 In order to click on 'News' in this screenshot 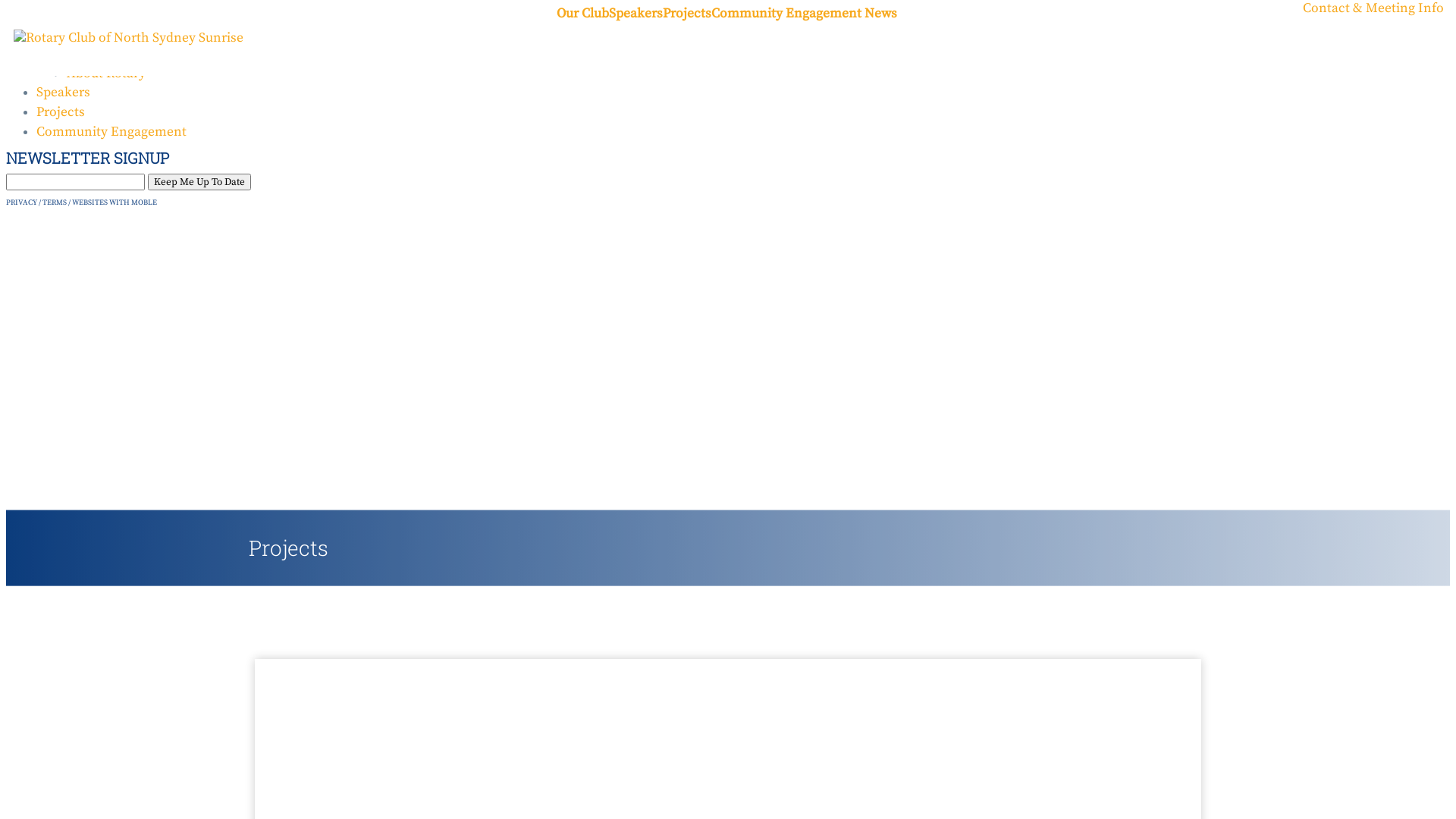, I will do `click(82, 52)`.